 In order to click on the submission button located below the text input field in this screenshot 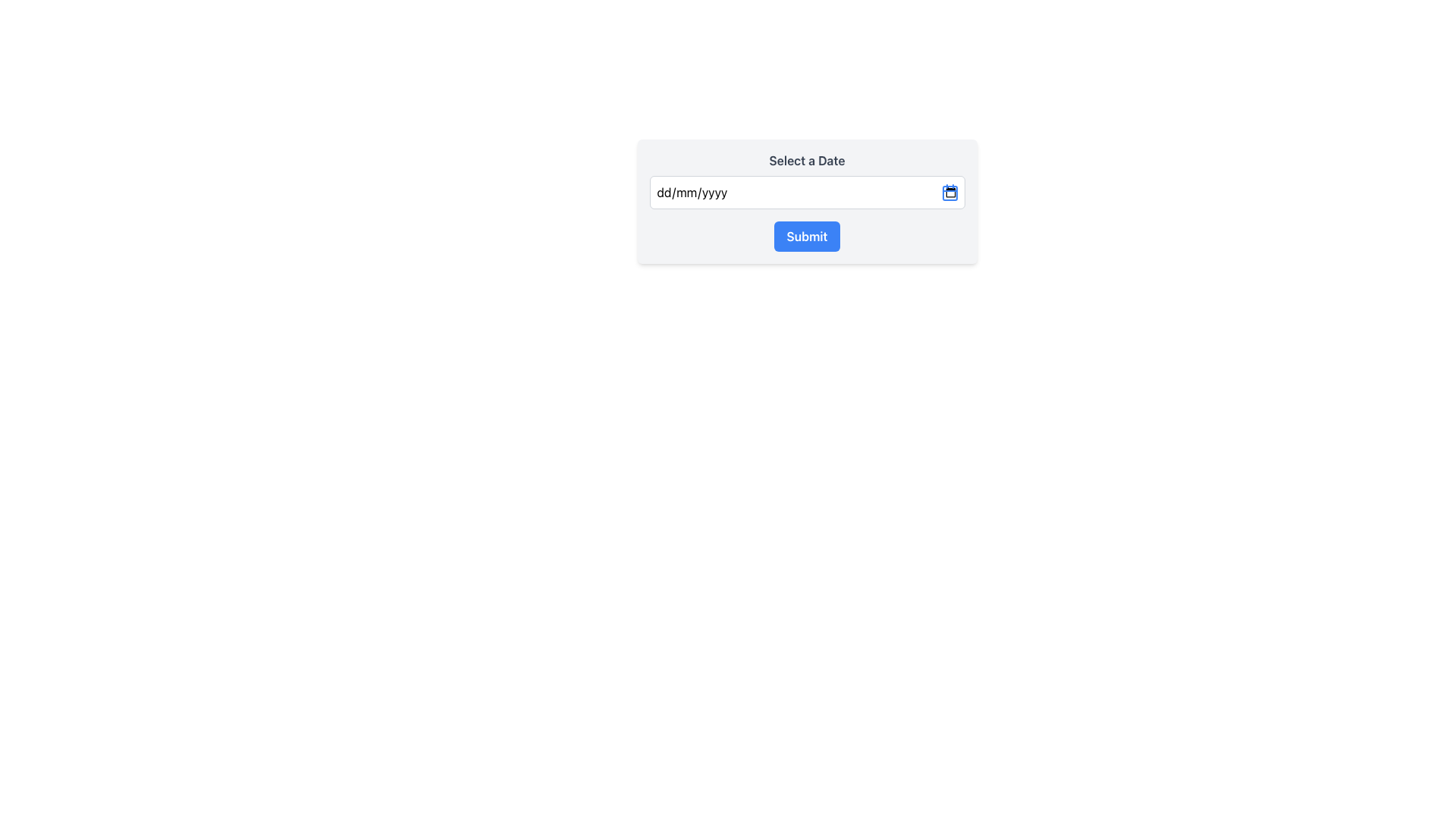, I will do `click(806, 237)`.